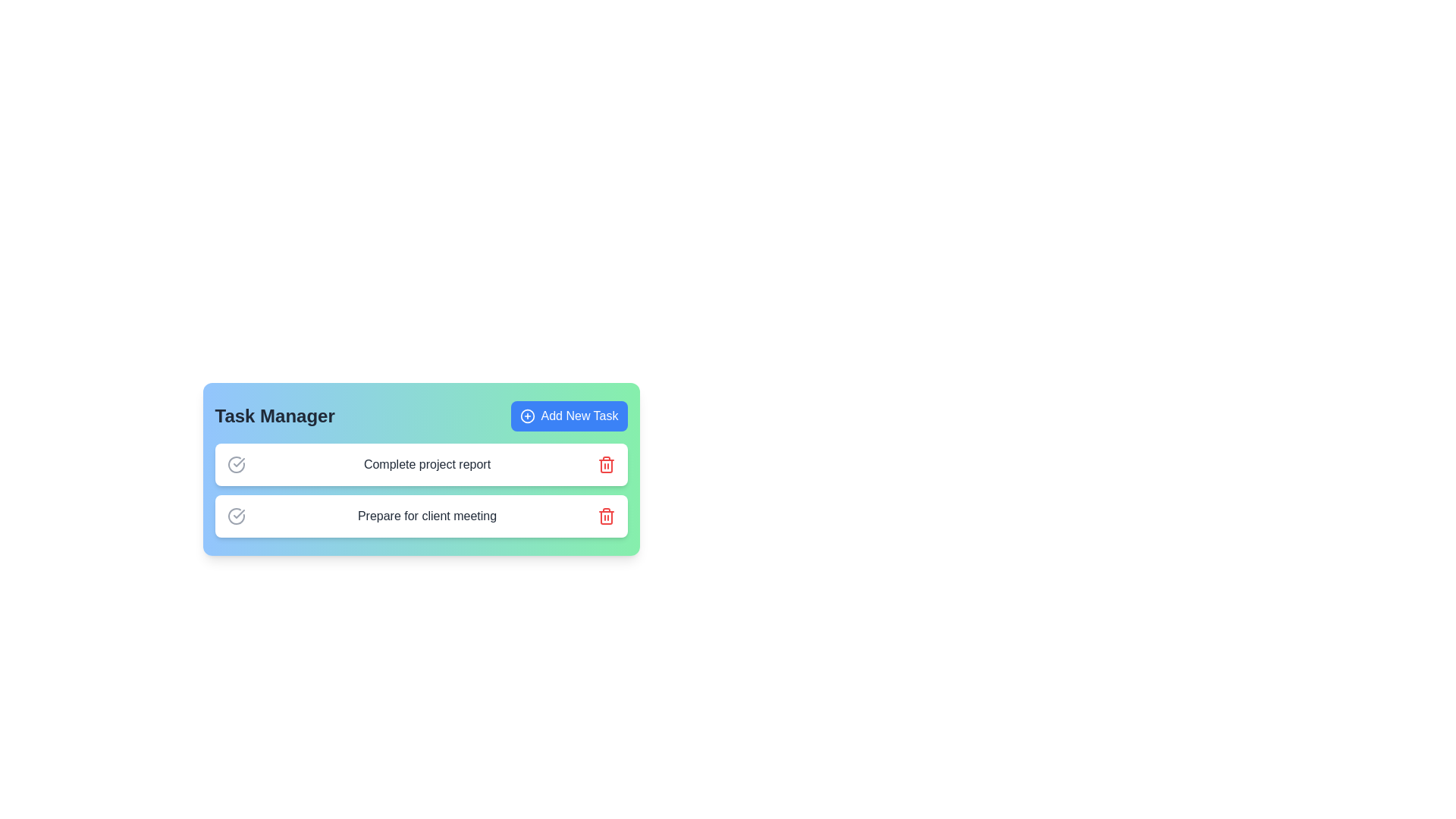 This screenshot has height=819, width=1456. I want to click on the delete icon button located on the right side of the 'Complete project report' task row, so click(605, 464).